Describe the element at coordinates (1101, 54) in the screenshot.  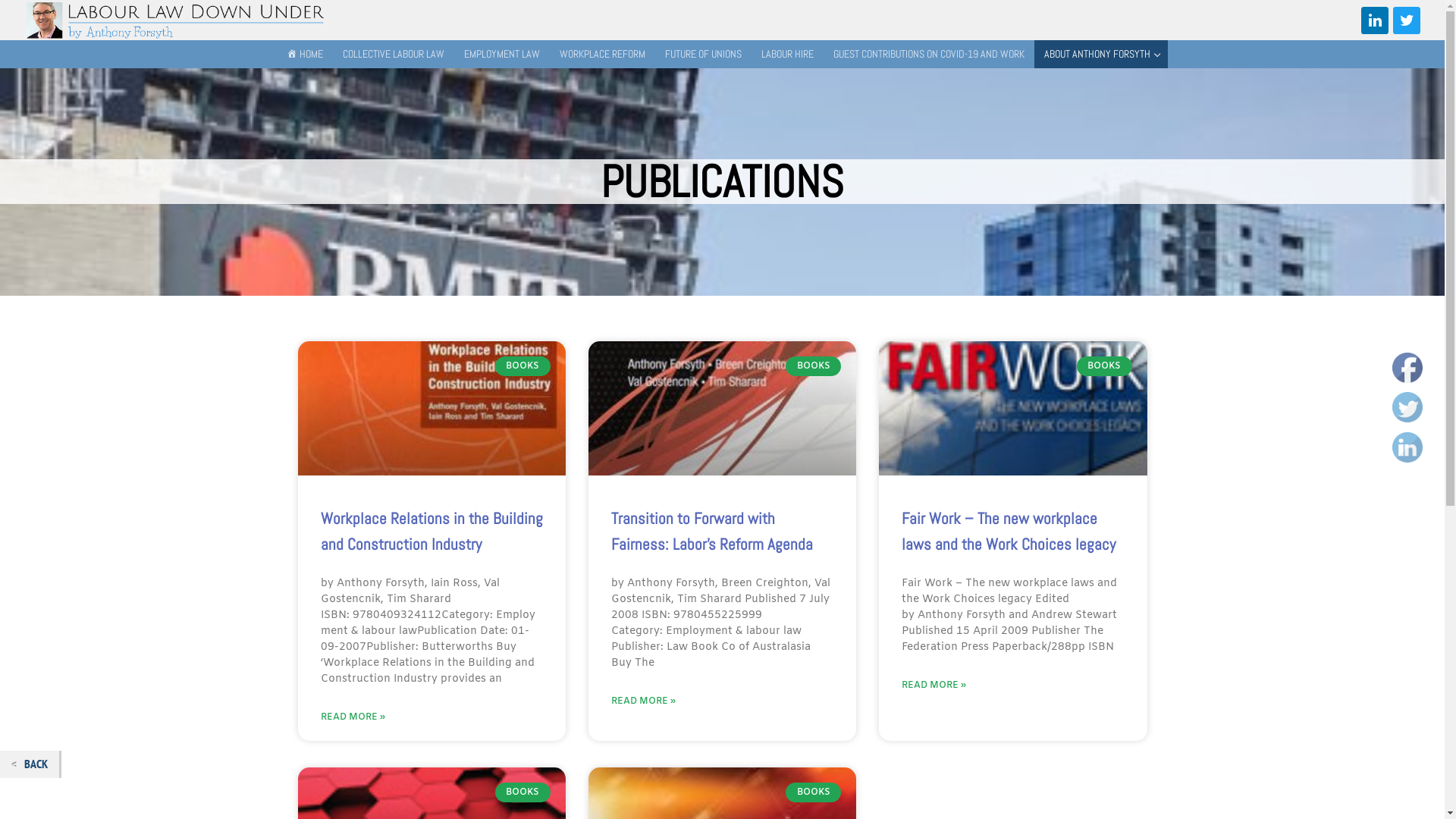
I see `'ABOUT ANTHONY FORSYTH` at that location.